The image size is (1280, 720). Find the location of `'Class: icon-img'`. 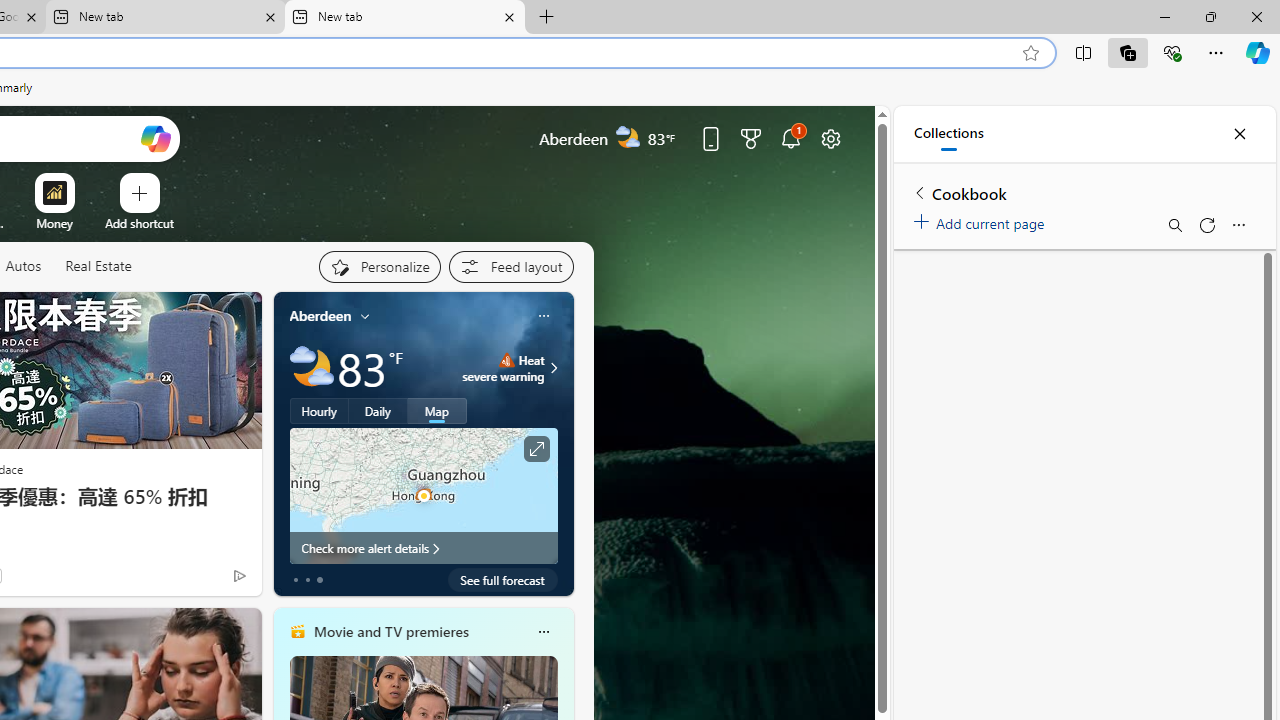

'Class: icon-img' is located at coordinates (543, 632).